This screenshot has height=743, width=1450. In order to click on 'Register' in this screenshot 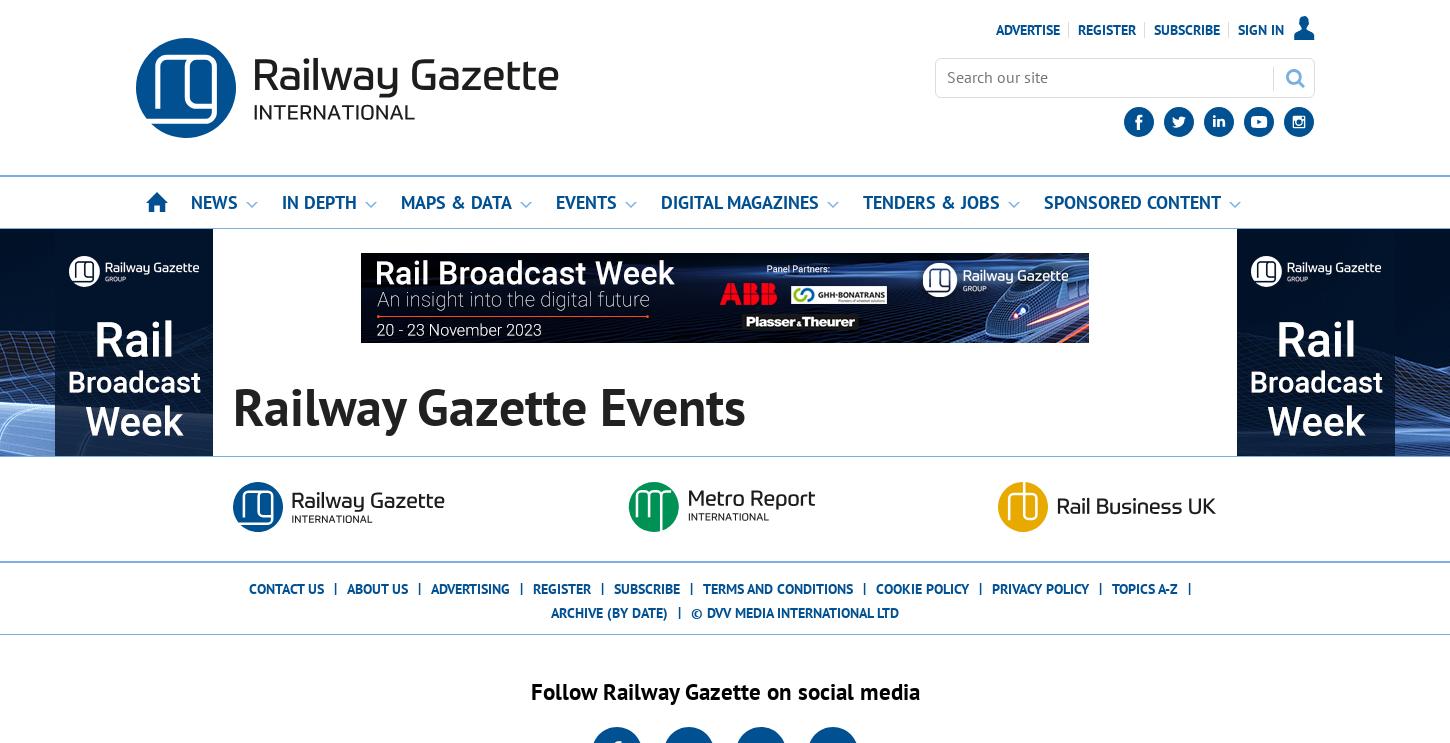, I will do `click(562, 588)`.